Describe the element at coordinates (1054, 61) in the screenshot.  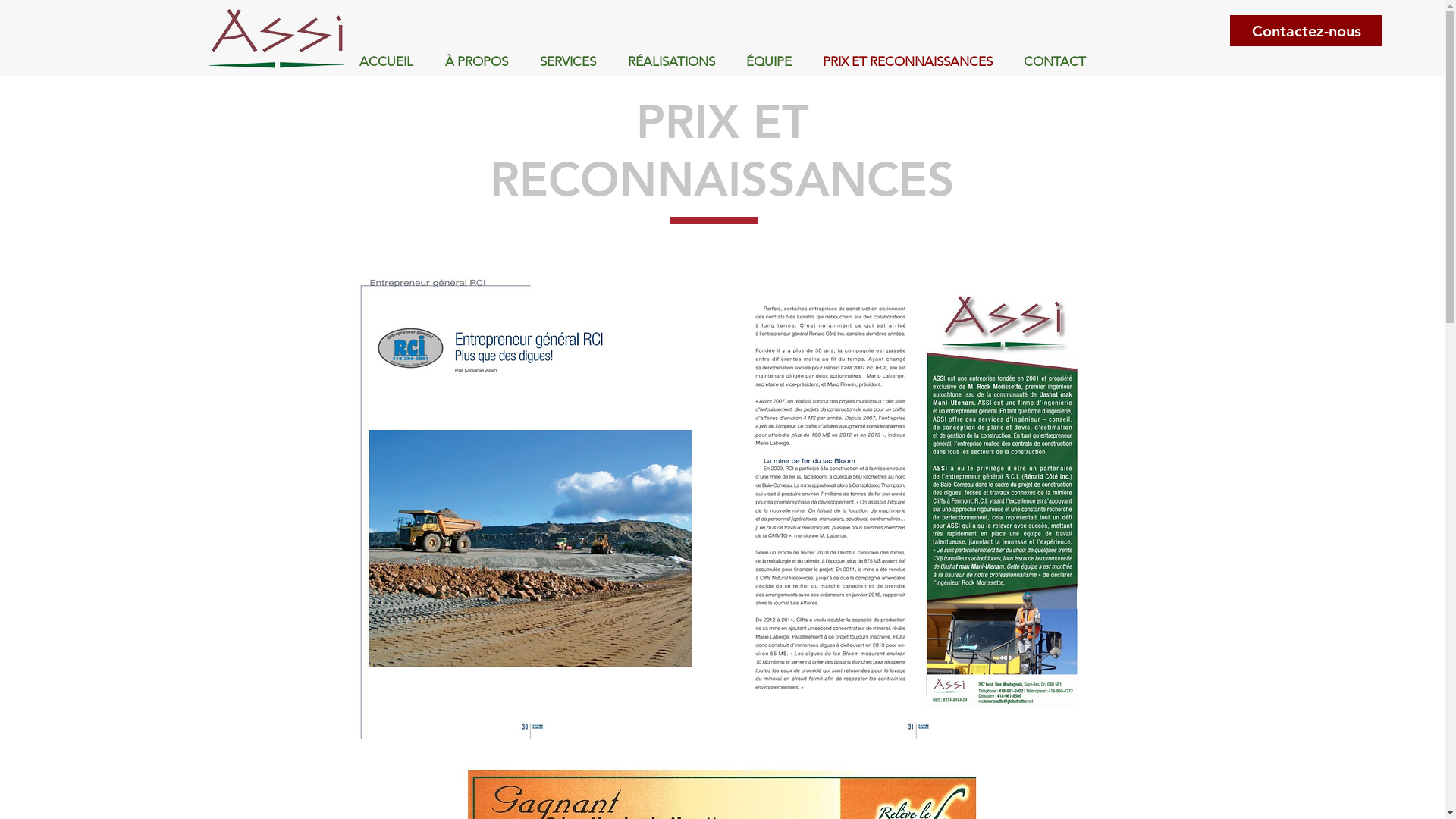
I see `'CONTACT'` at that location.